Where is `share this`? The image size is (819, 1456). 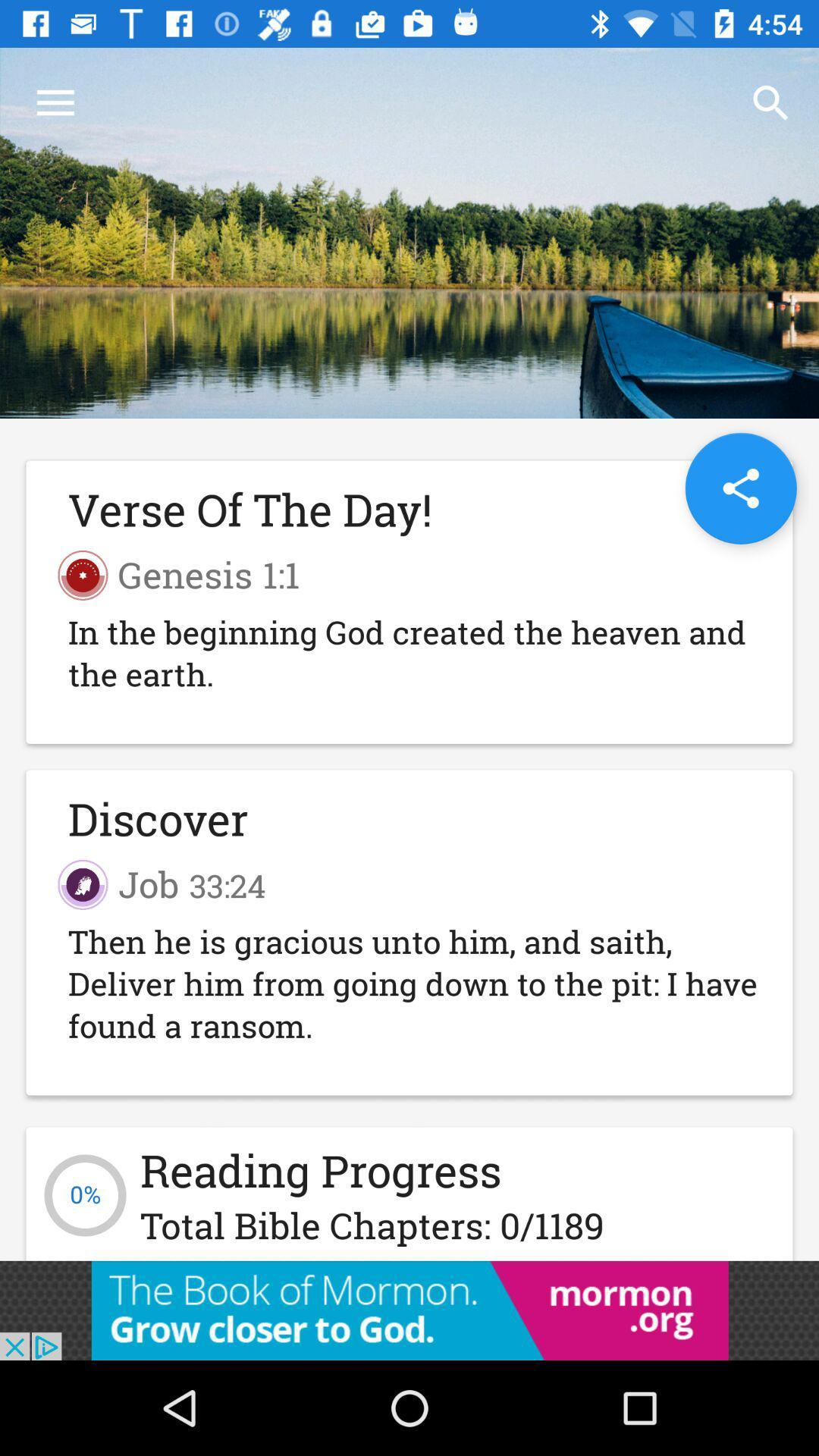
share this is located at coordinates (740, 488).